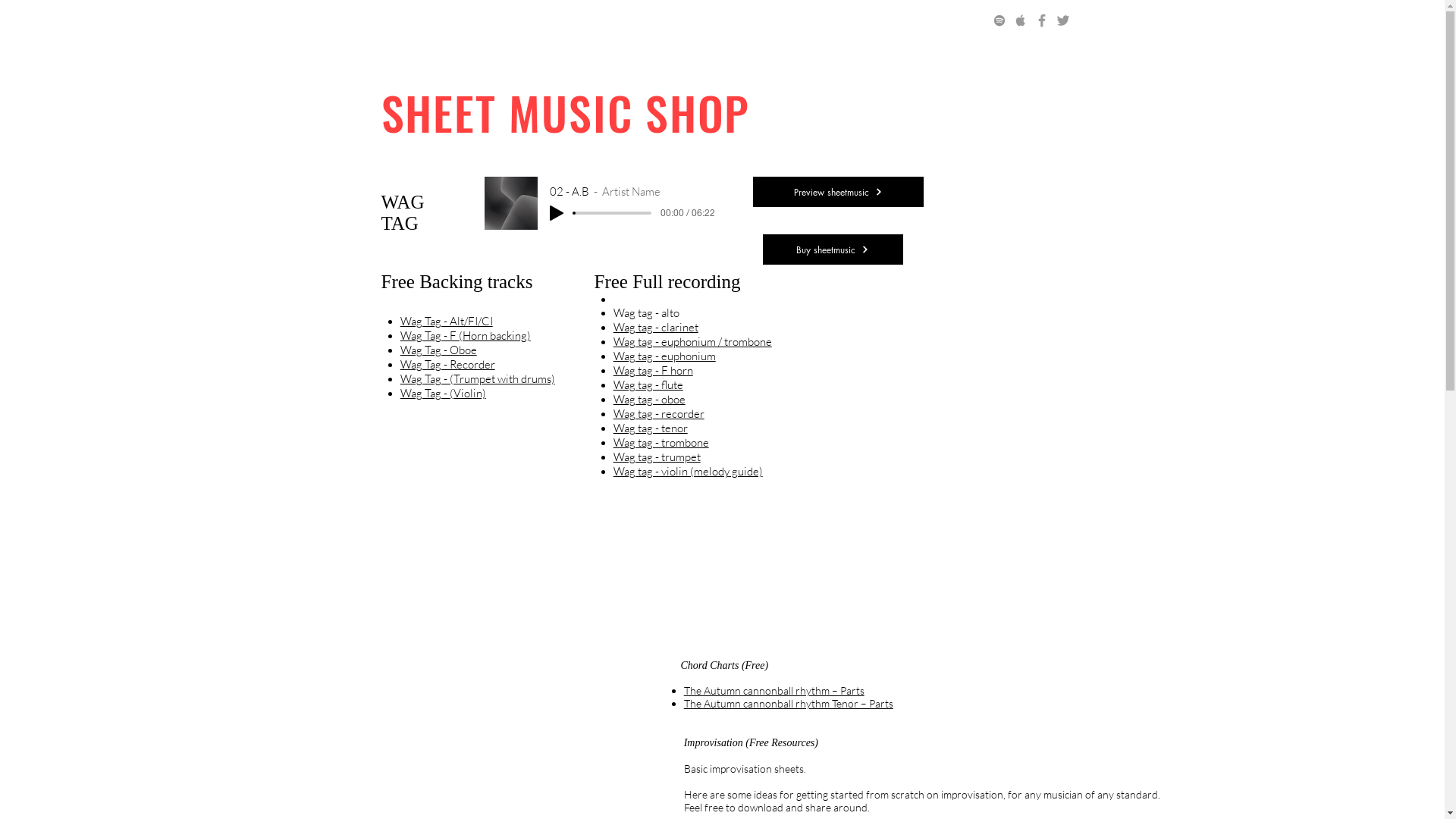 The image size is (1456, 819). Describe the element at coordinates (664, 356) in the screenshot. I see `'Wag tag - euphonium'` at that location.